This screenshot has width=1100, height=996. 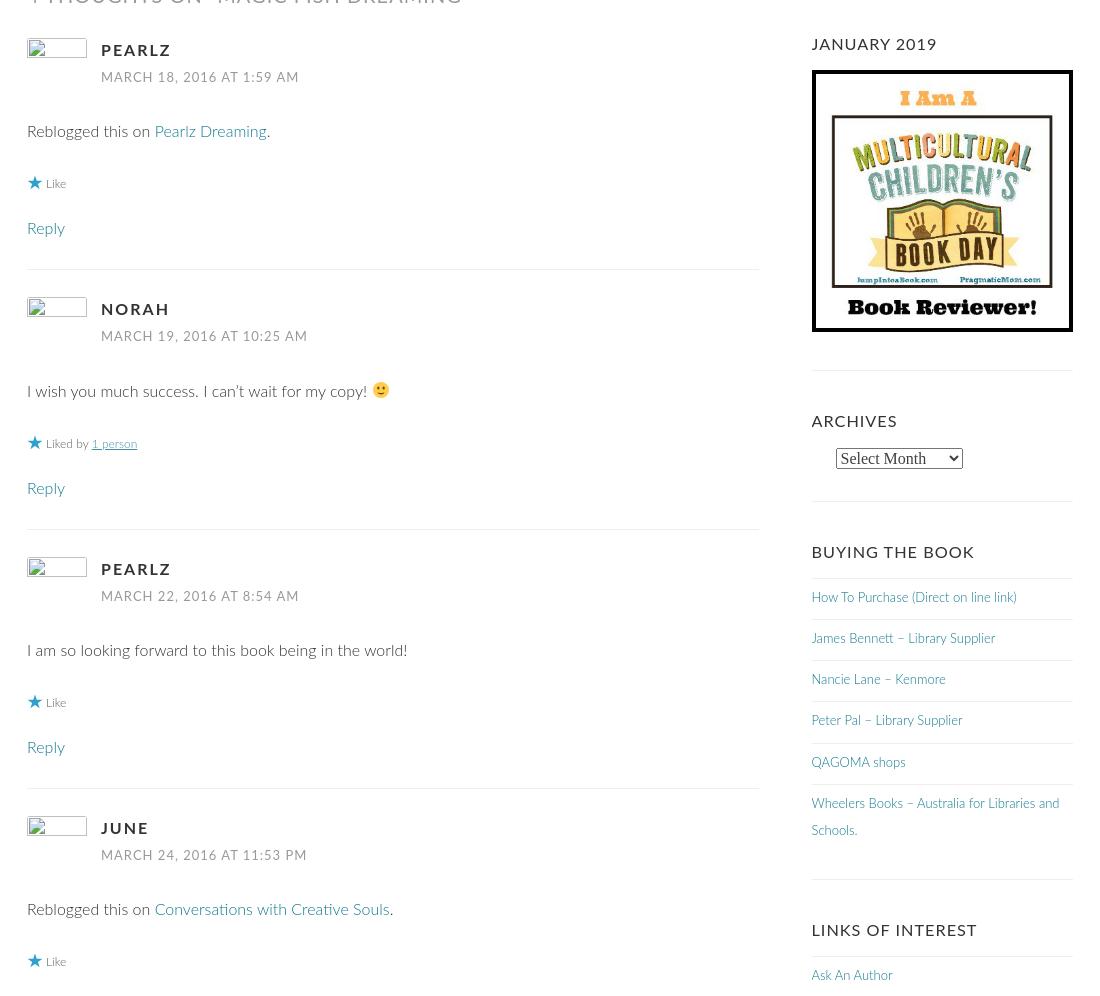 I want to click on 'James Bennett – Library Supplier', so click(x=902, y=638).